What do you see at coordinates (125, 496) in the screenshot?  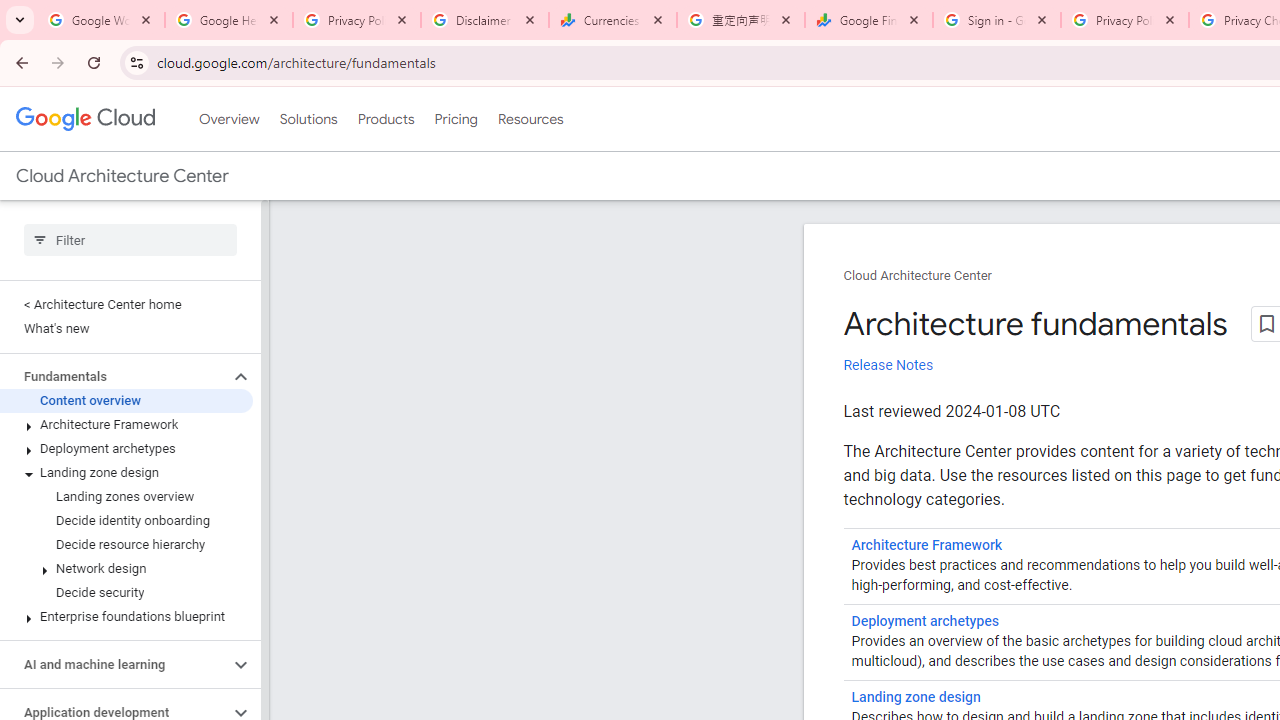 I see `'Landing zones overview'` at bounding box center [125, 496].